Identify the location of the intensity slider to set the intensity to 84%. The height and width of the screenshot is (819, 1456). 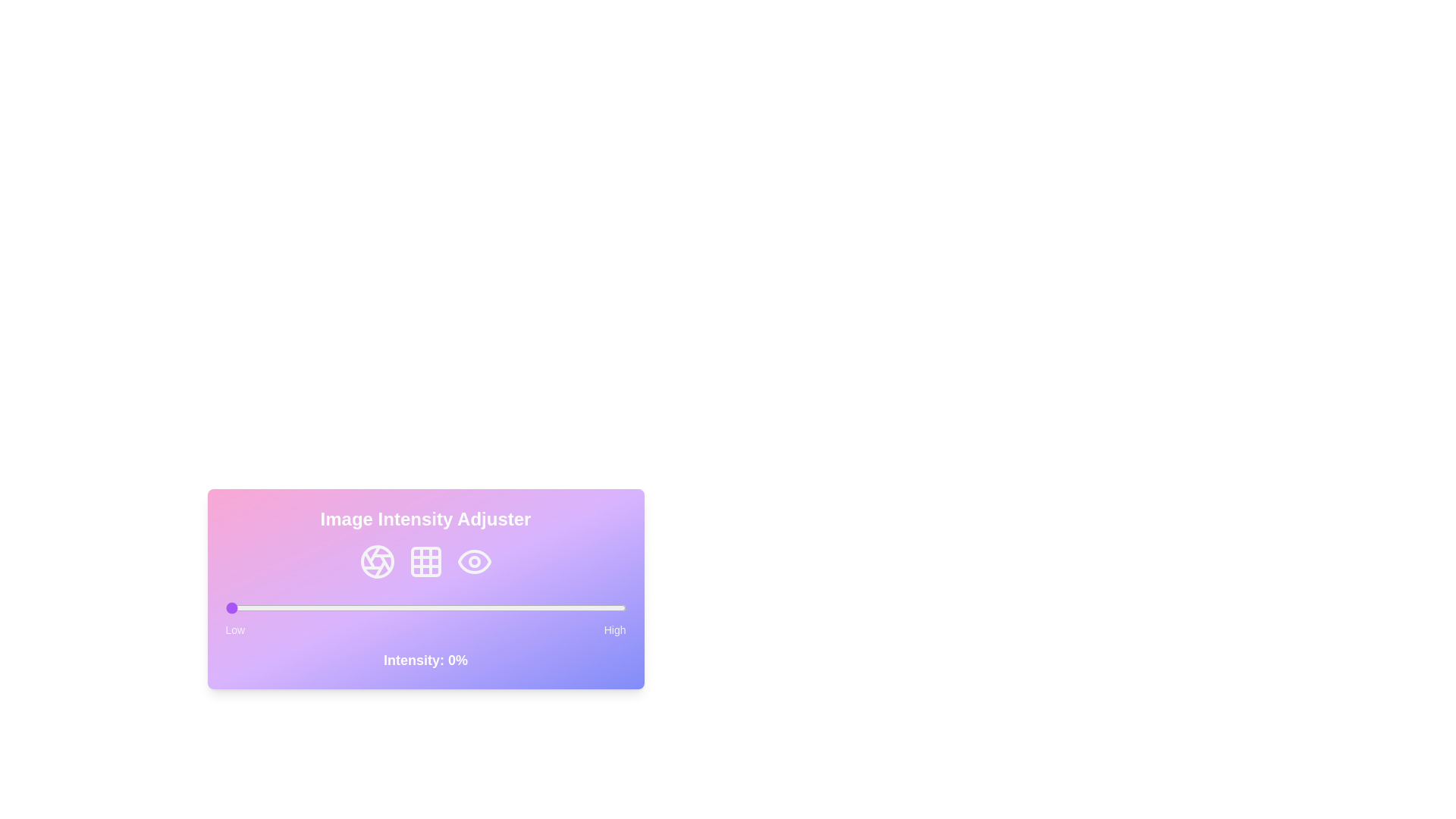
(560, 607).